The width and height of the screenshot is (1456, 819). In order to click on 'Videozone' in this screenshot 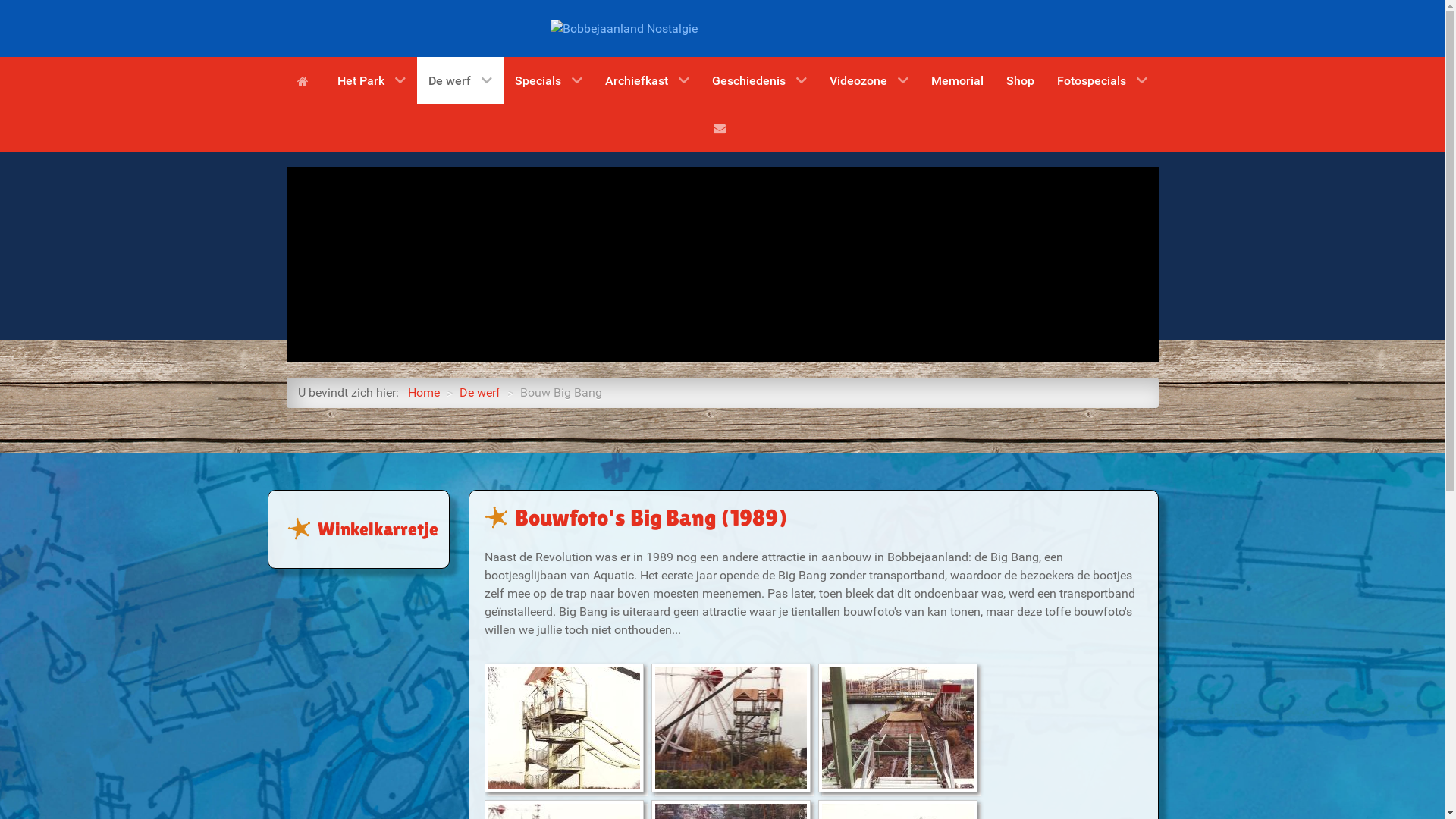, I will do `click(869, 80)`.